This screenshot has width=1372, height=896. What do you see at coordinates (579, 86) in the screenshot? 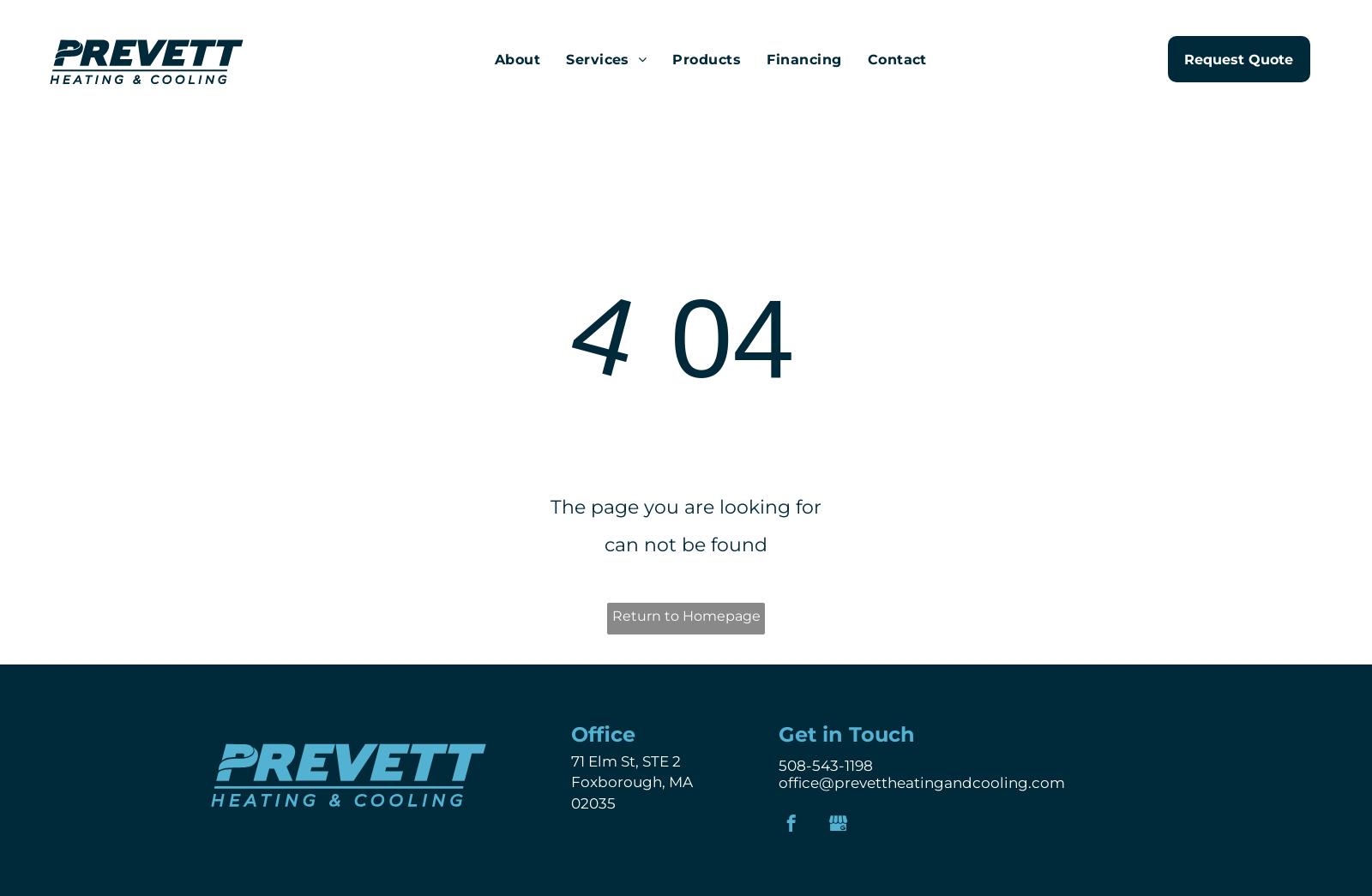
I see `'Heating'` at bounding box center [579, 86].